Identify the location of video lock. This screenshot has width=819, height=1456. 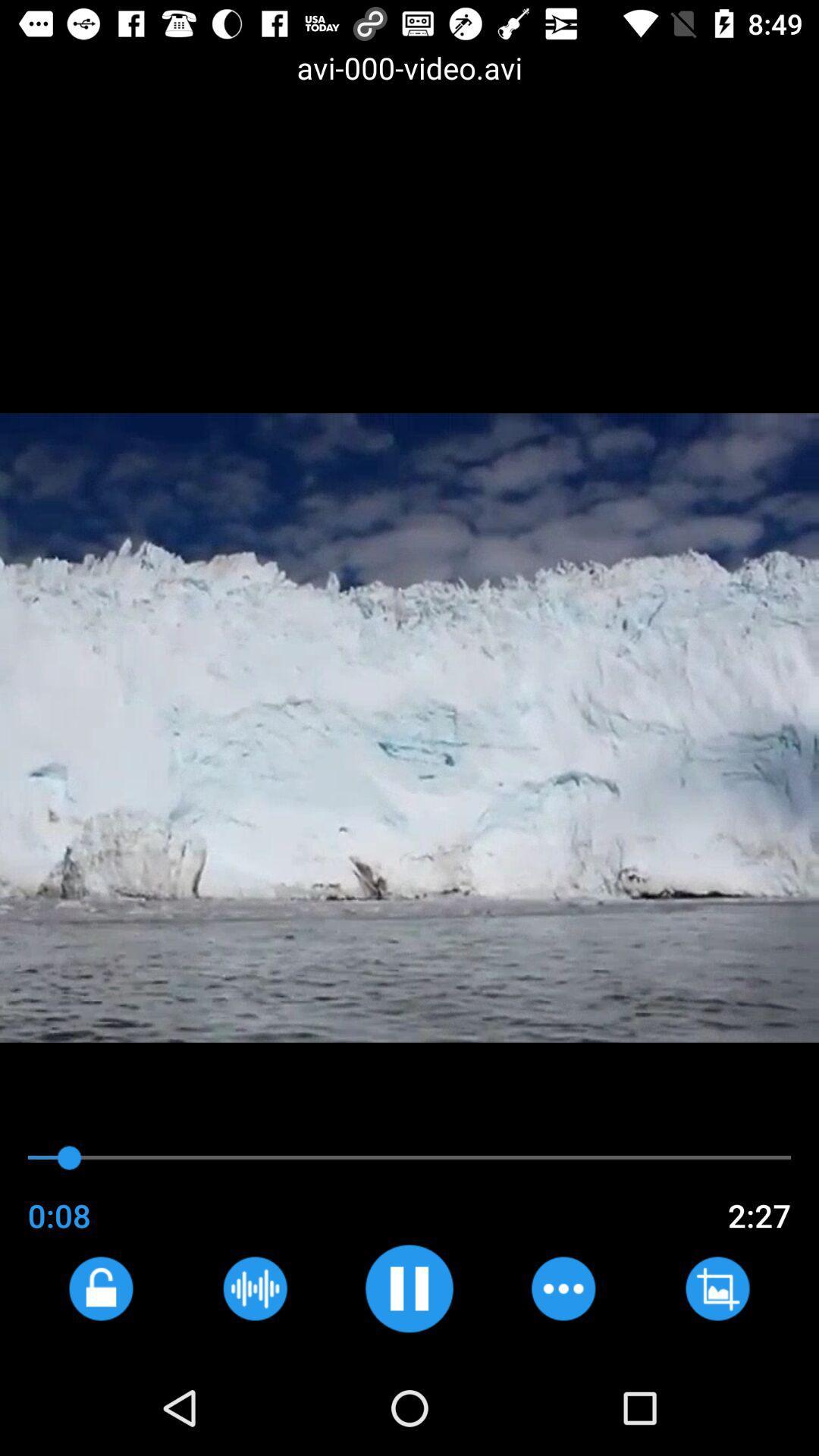
(101, 1288).